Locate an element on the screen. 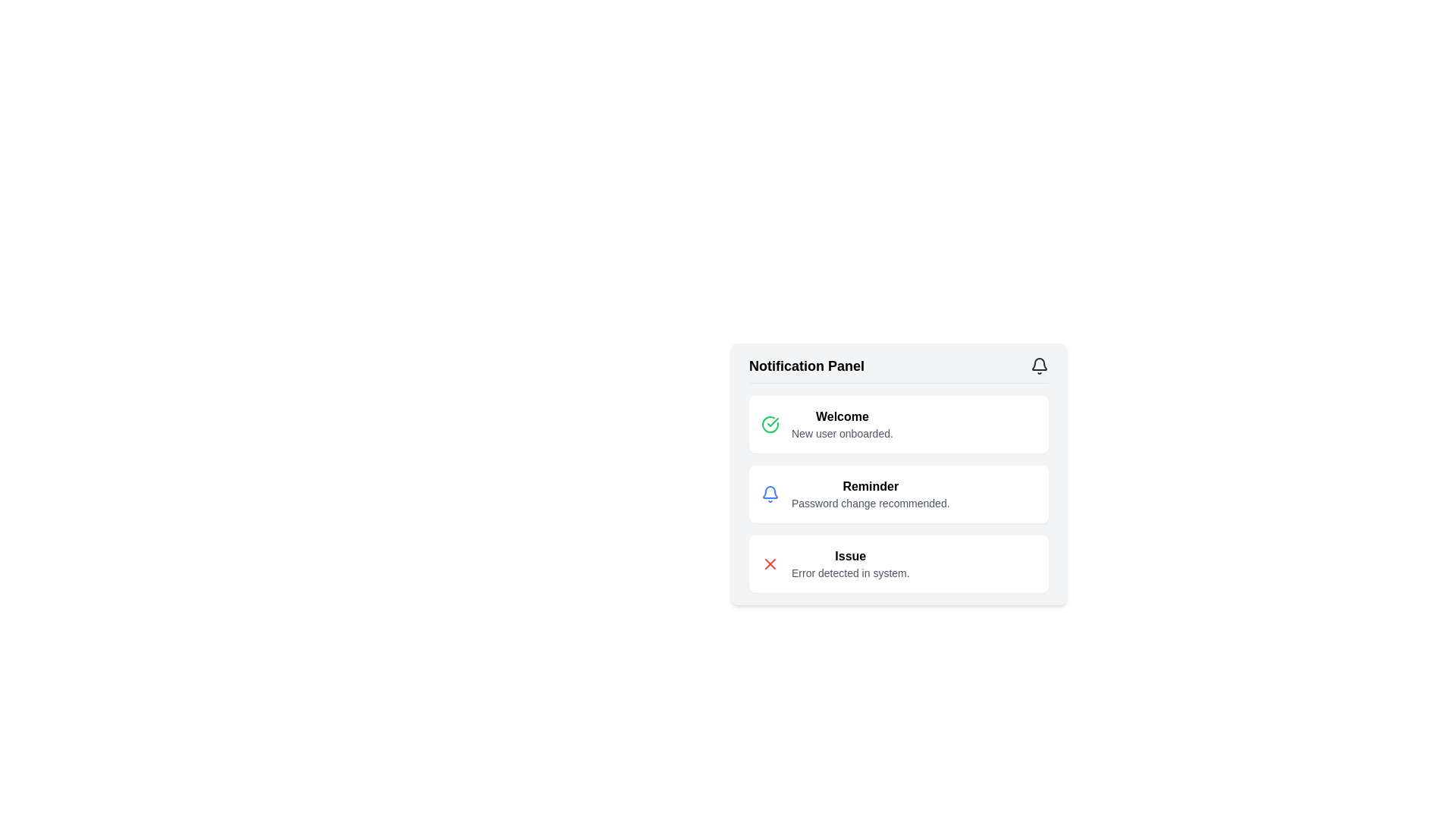 Image resolution: width=1456 pixels, height=819 pixels. the text label displaying 'Issue' in bold within the Notification Panel, located below the title 'Reminder' is located at coordinates (850, 556).